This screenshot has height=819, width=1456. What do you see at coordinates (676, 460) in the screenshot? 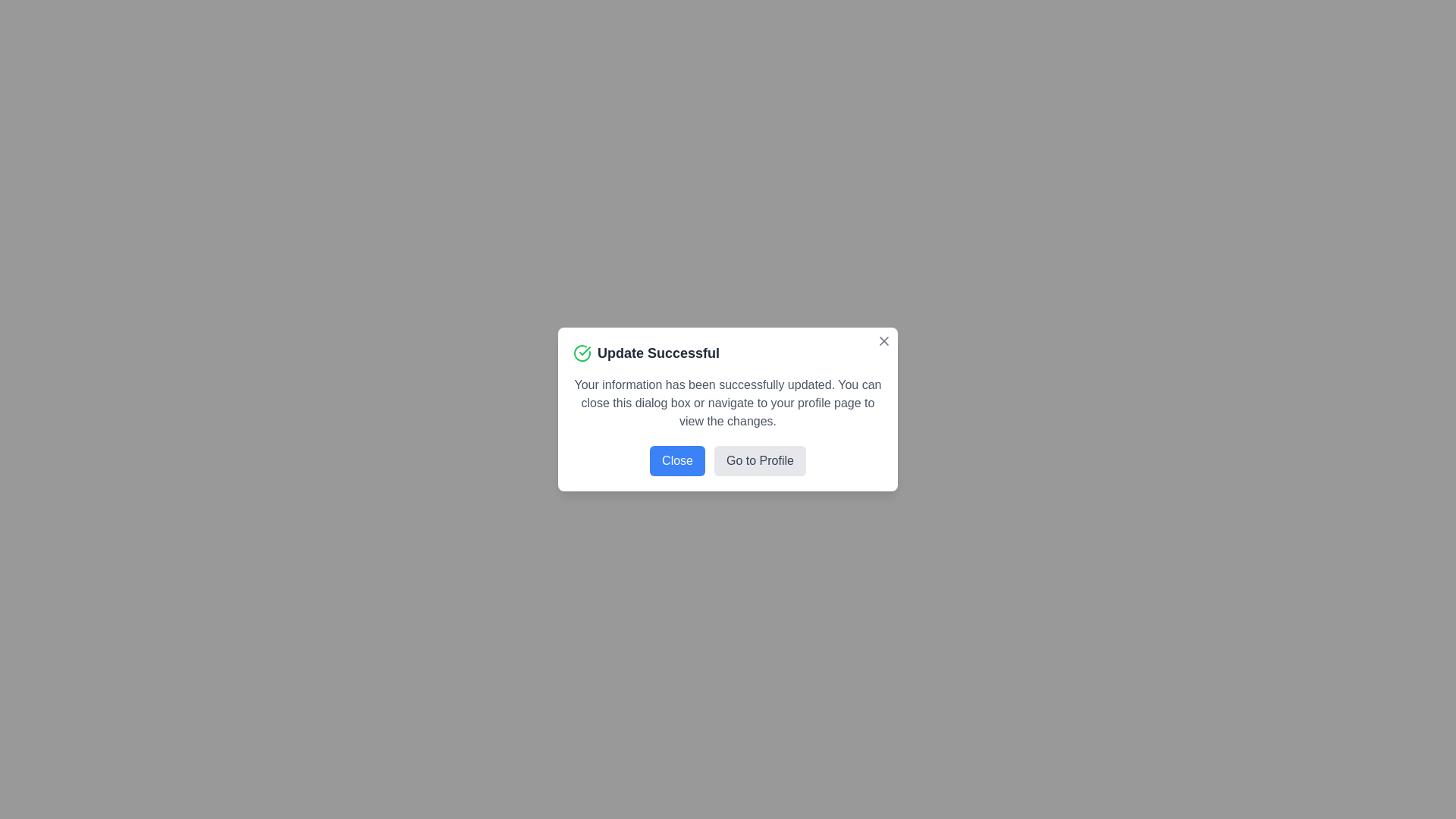
I see `the visual elements by focusing on Close button` at bounding box center [676, 460].